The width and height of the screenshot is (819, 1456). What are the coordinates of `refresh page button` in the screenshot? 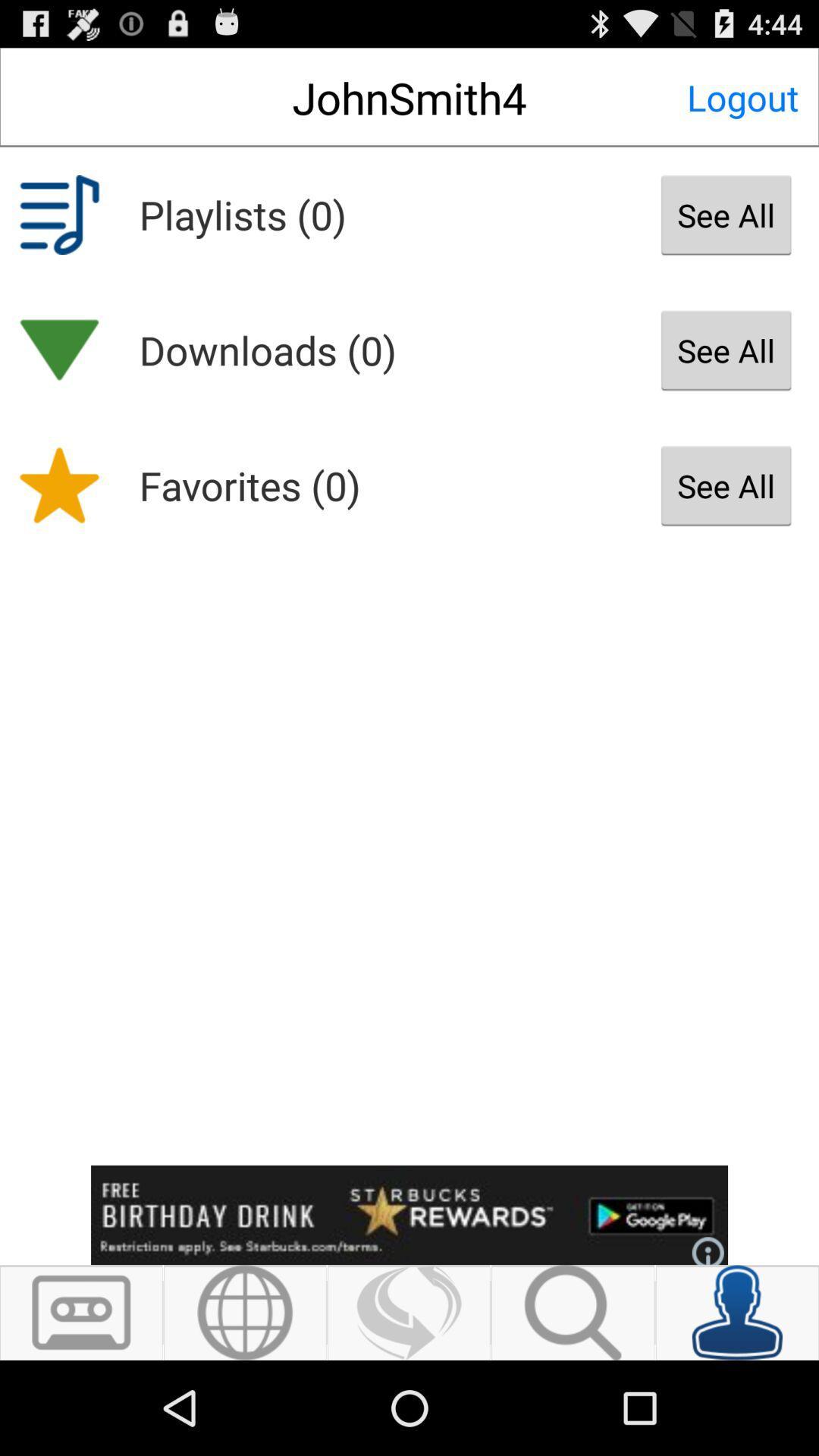 It's located at (408, 1312).